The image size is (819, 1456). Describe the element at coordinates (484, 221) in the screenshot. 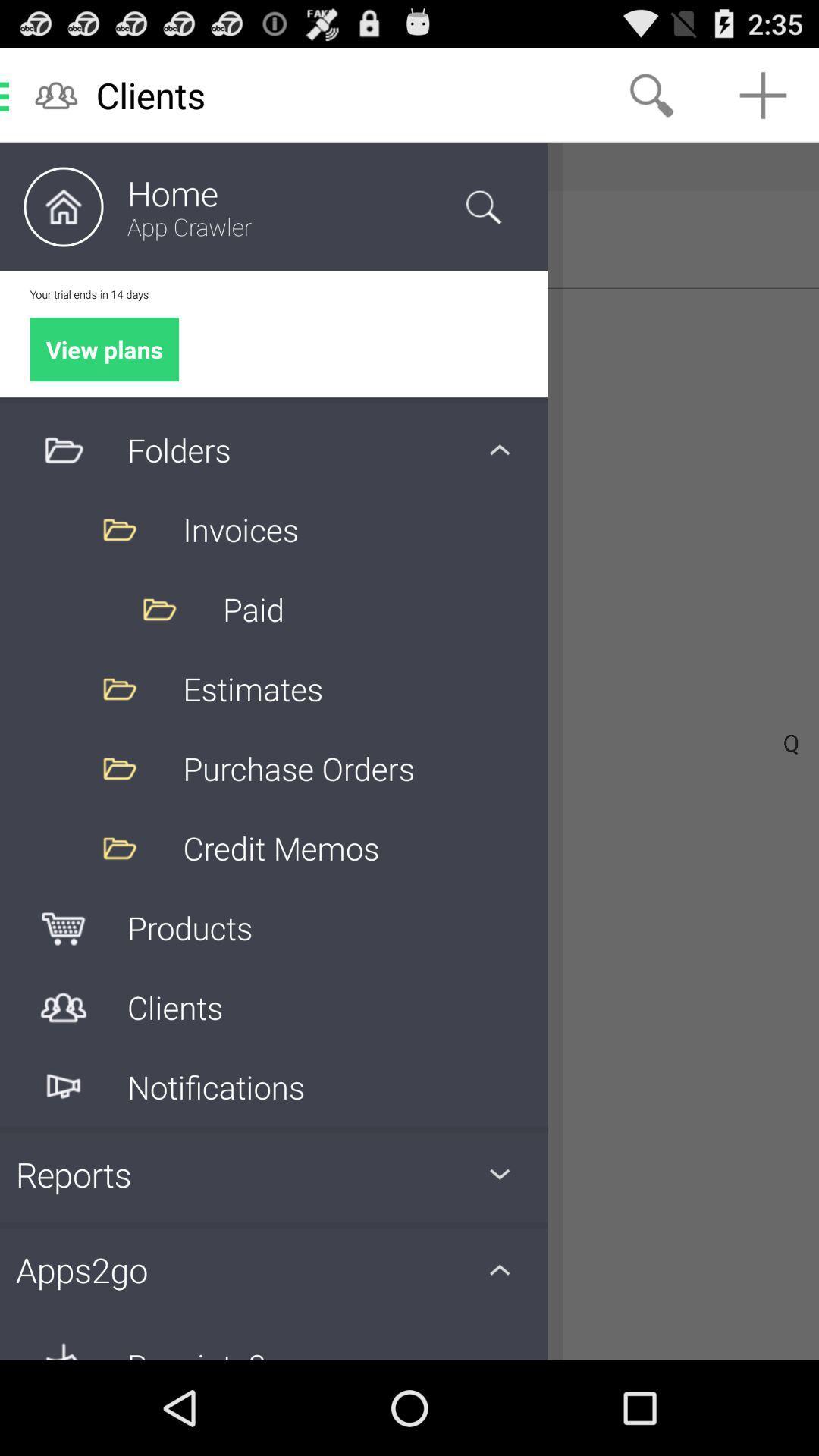

I see `the search icon` at that location.